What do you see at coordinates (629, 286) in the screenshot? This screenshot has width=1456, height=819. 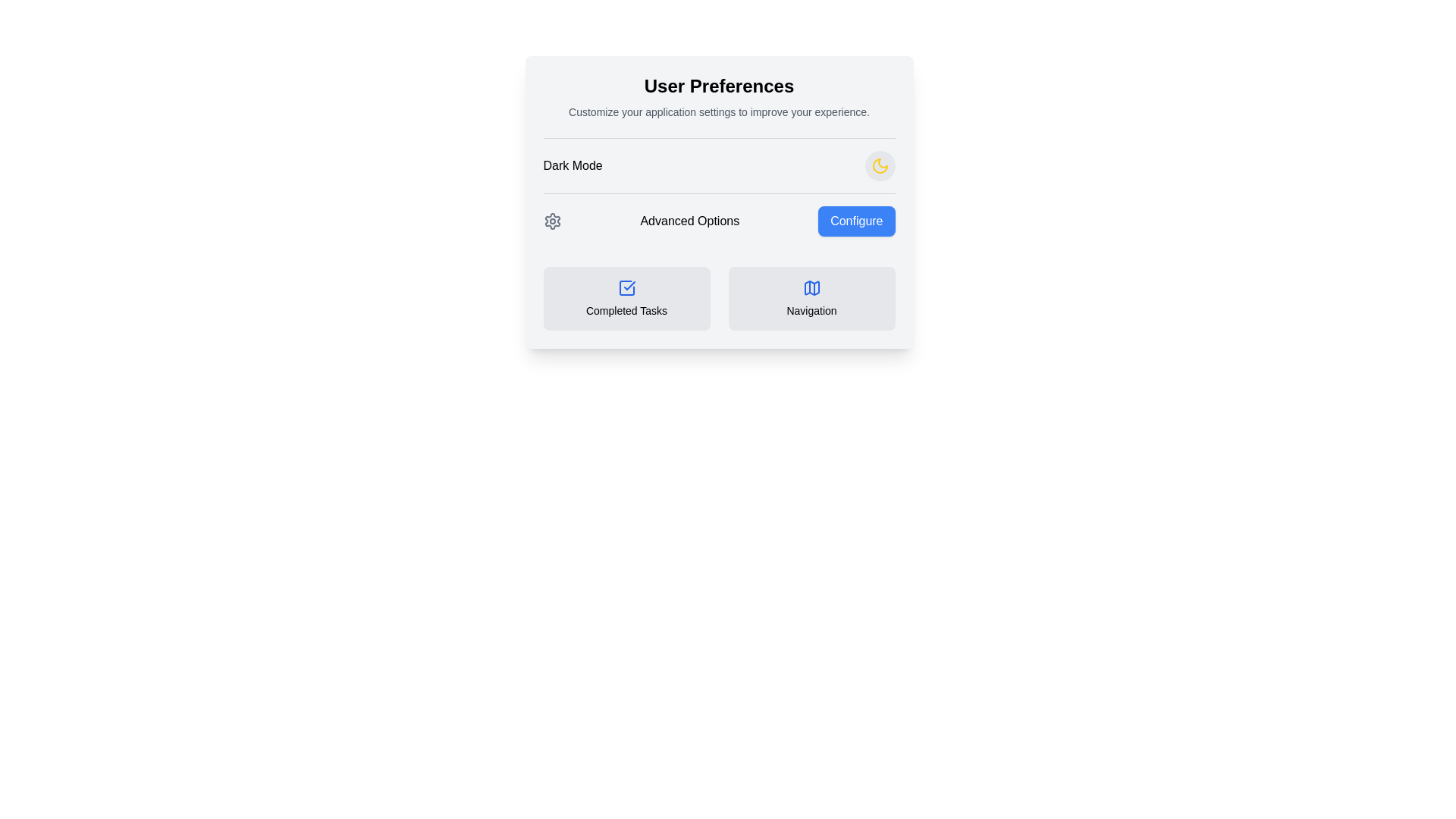 I see `the checkmark icon within the square outline, which is part of the 'Completed Tasks' section under 'User Preferences'` at bounding box center [629, 286].